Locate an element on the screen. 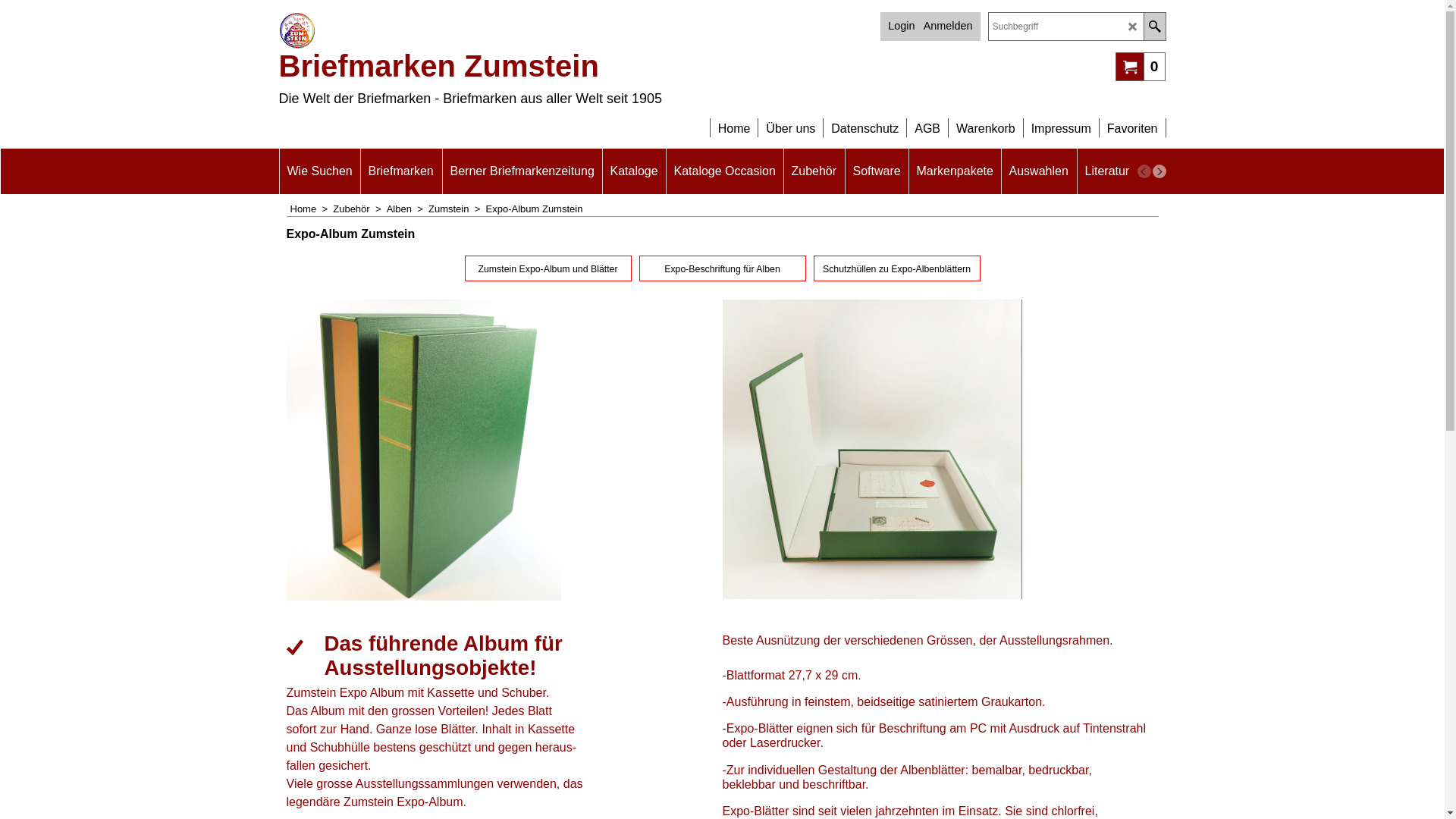 Image resolution: width=1456 pixels, height=819 pixels. 'Datenschutz' is located at coordinates (864, 121).